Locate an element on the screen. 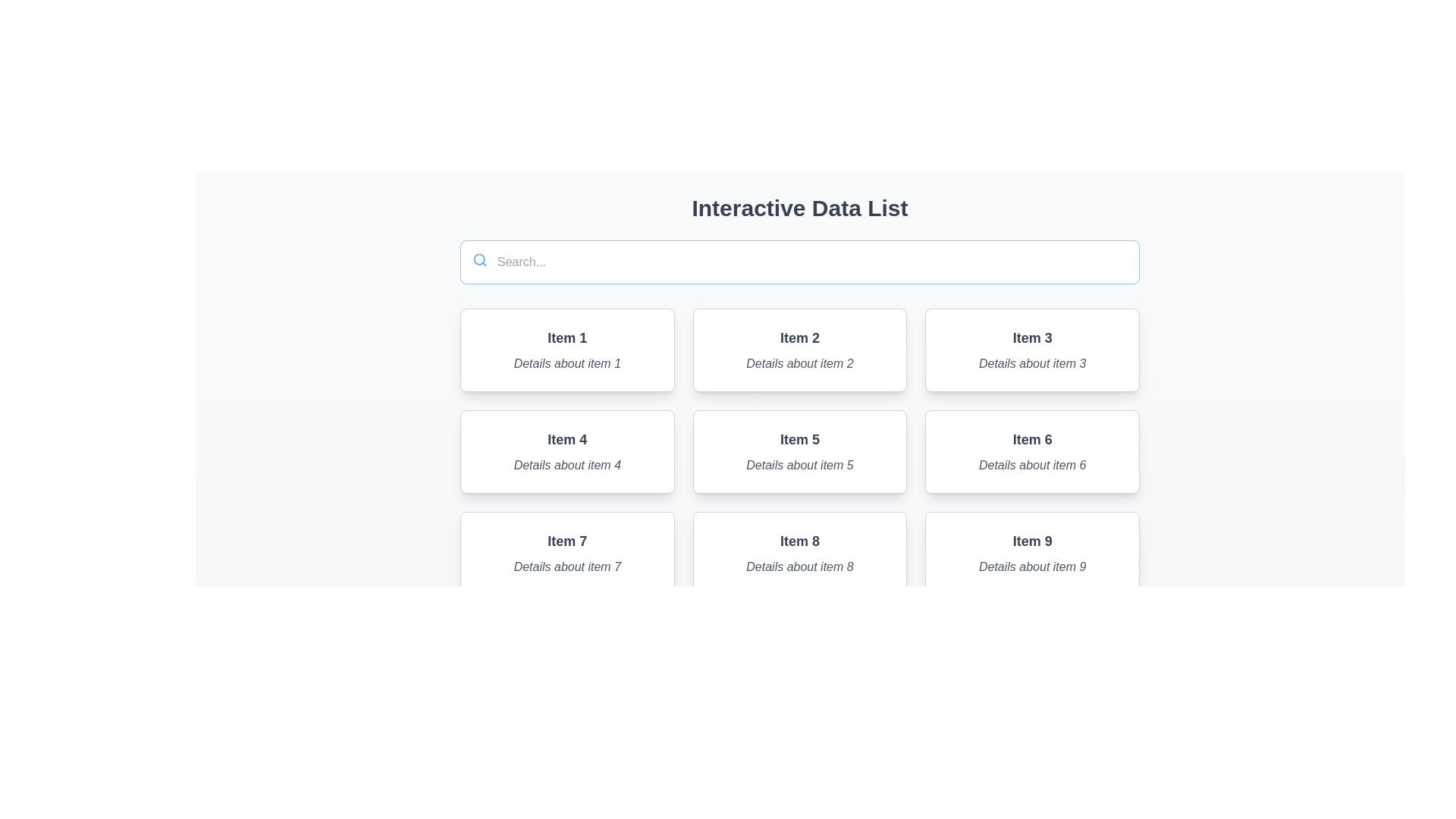 This screenshot has height=819, width=1456. the text label displaying 'Item 1', which is styled with a bold font and dark gray color, located at the top of a white rectangular card with rounded corners is located at coordinates (566, 337).